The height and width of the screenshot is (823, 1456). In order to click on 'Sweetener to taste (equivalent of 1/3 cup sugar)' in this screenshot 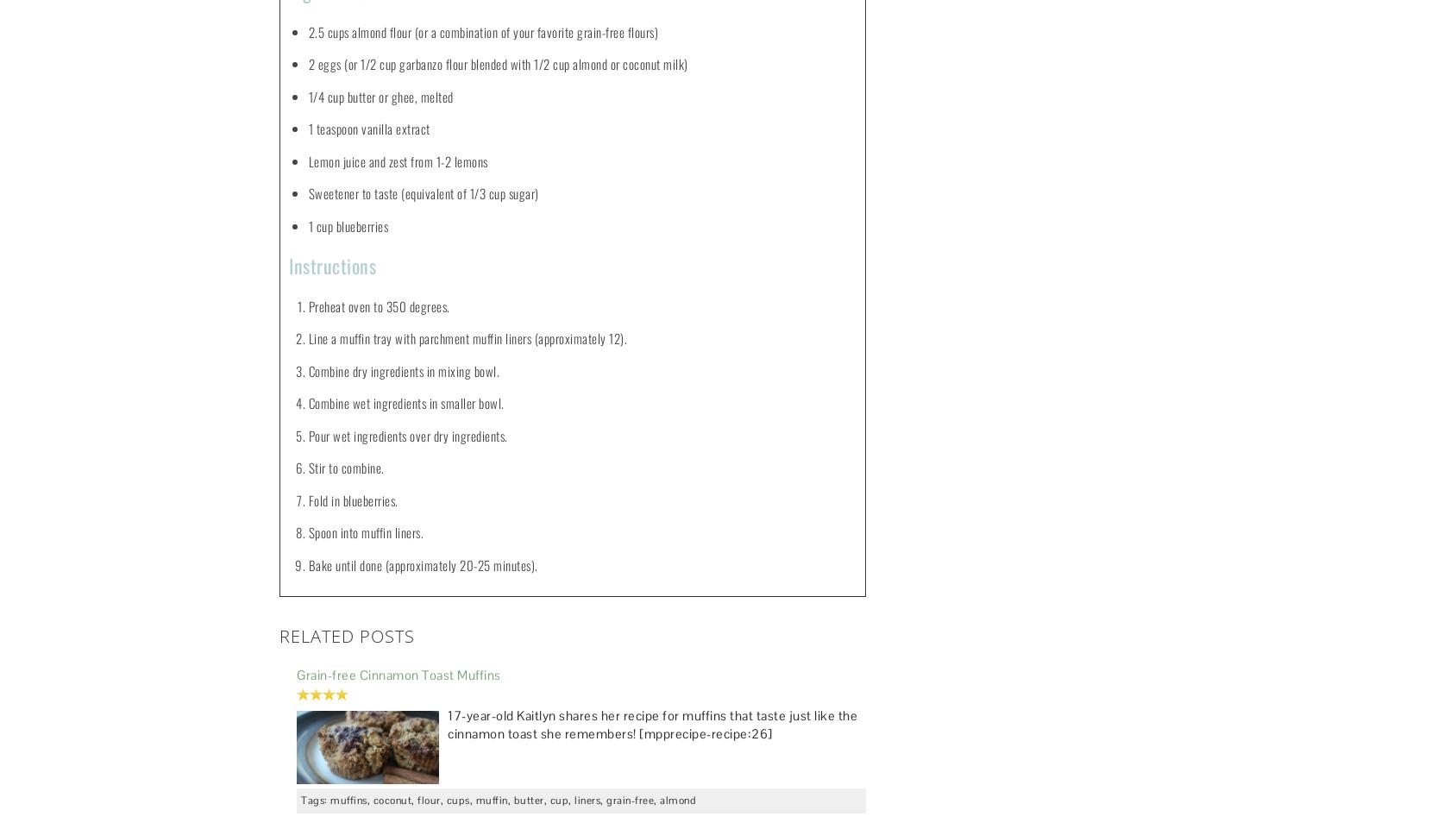, I will do `click(422, 192)`.